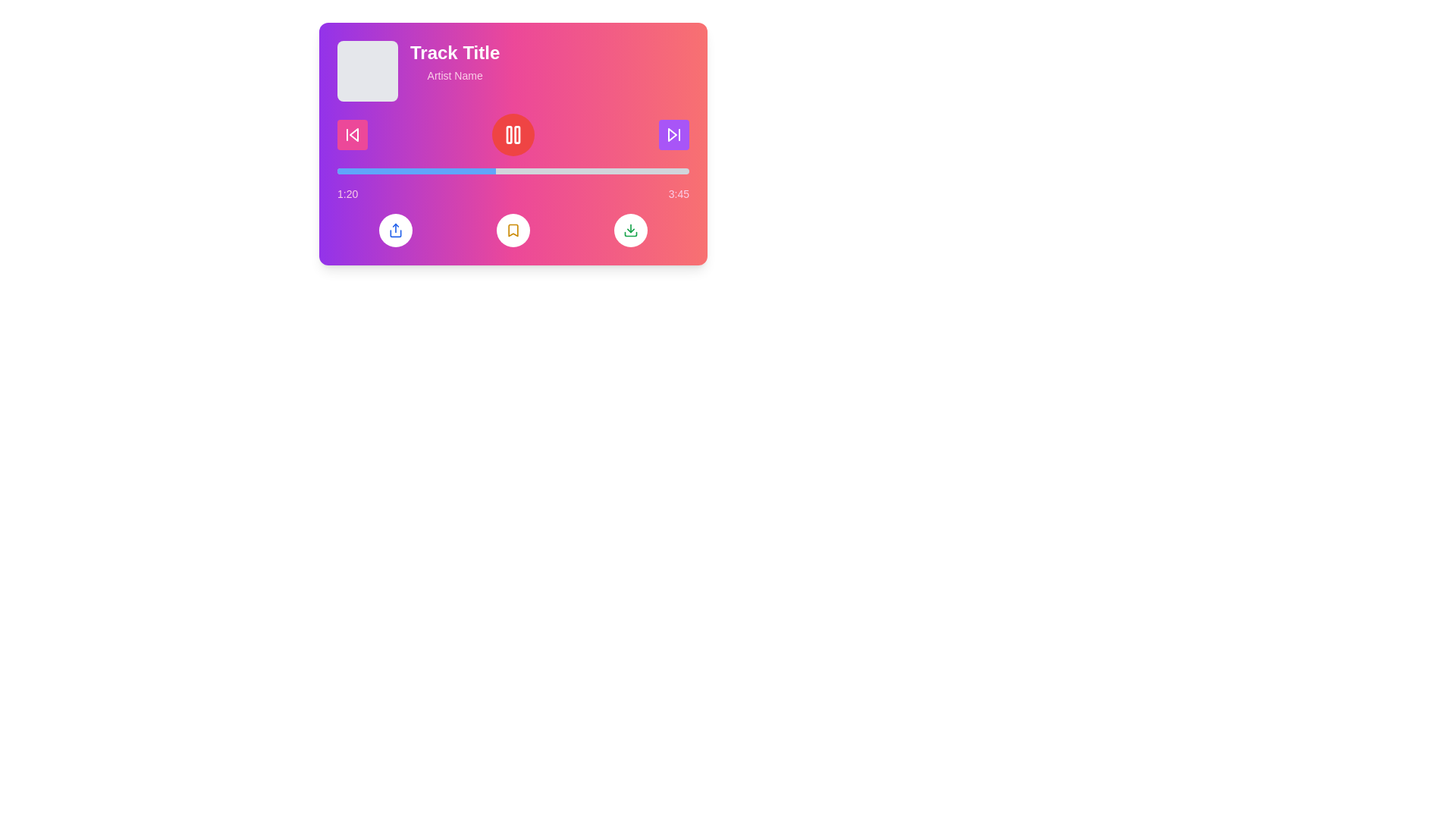 The width and height of the screenshot is (1456, 819). What do you see at coordinates (347, 193) in the screenshot?
I see `the time indicator text label located near the bottom-left side of the interface` at bounding box center [347, 193].